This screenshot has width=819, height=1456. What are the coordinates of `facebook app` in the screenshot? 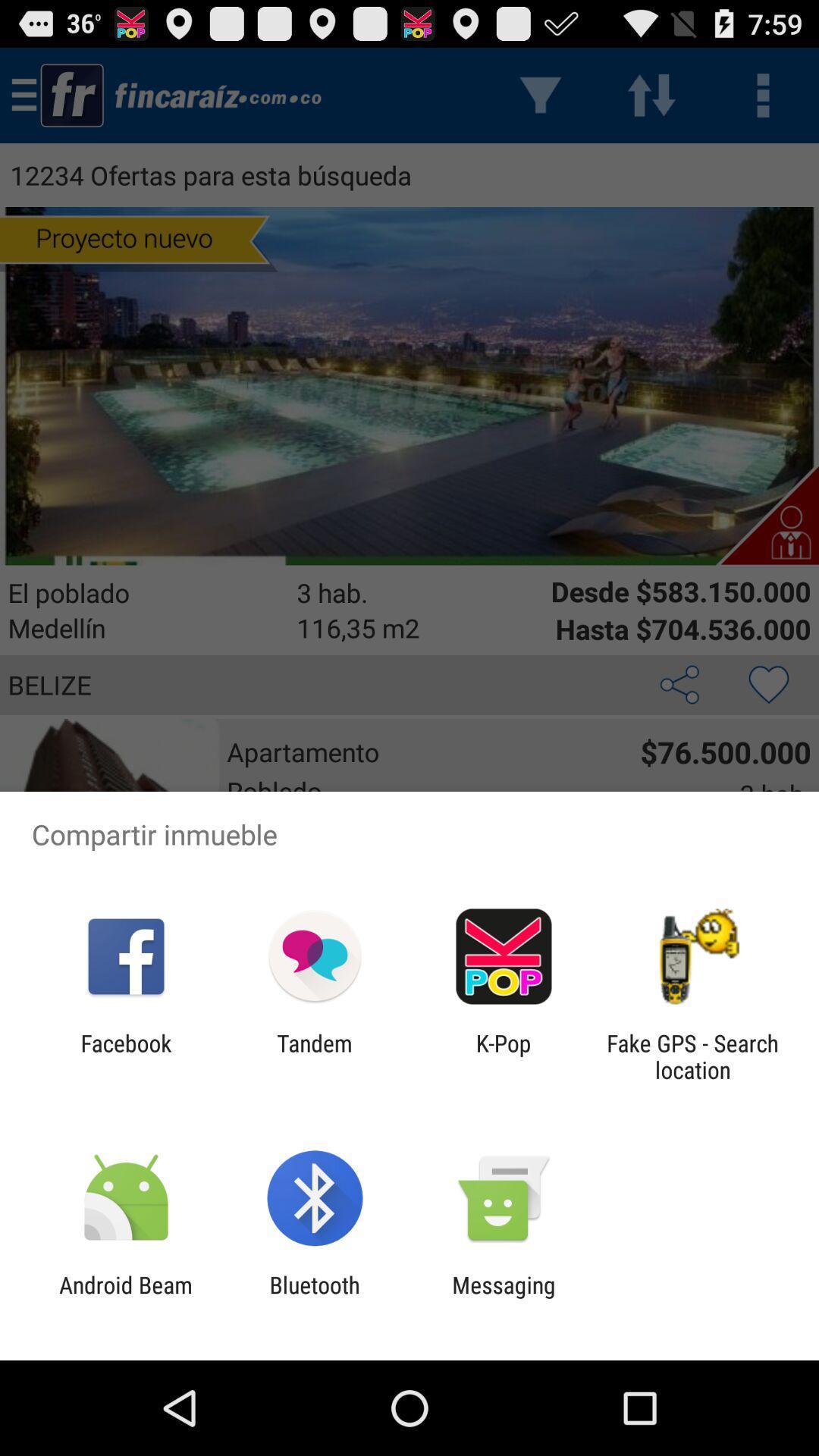 It's located at (125, 1056).